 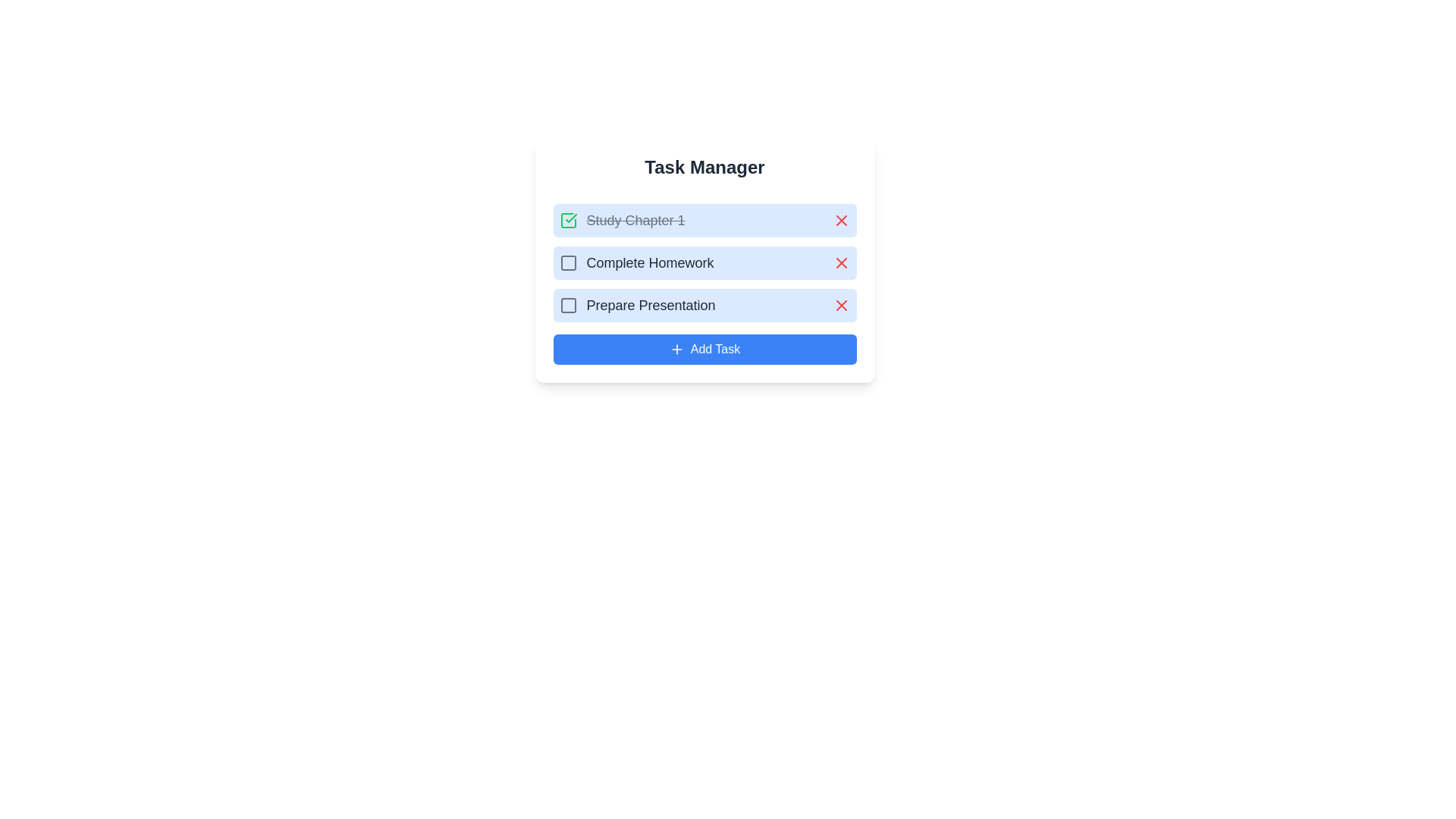 I want to click on the static text label in the Task Manager interface, located in the third row of the task list, which is positioned below 'Complete Homework' and above the '+ Add Task' button, so click(x=651, y=305).